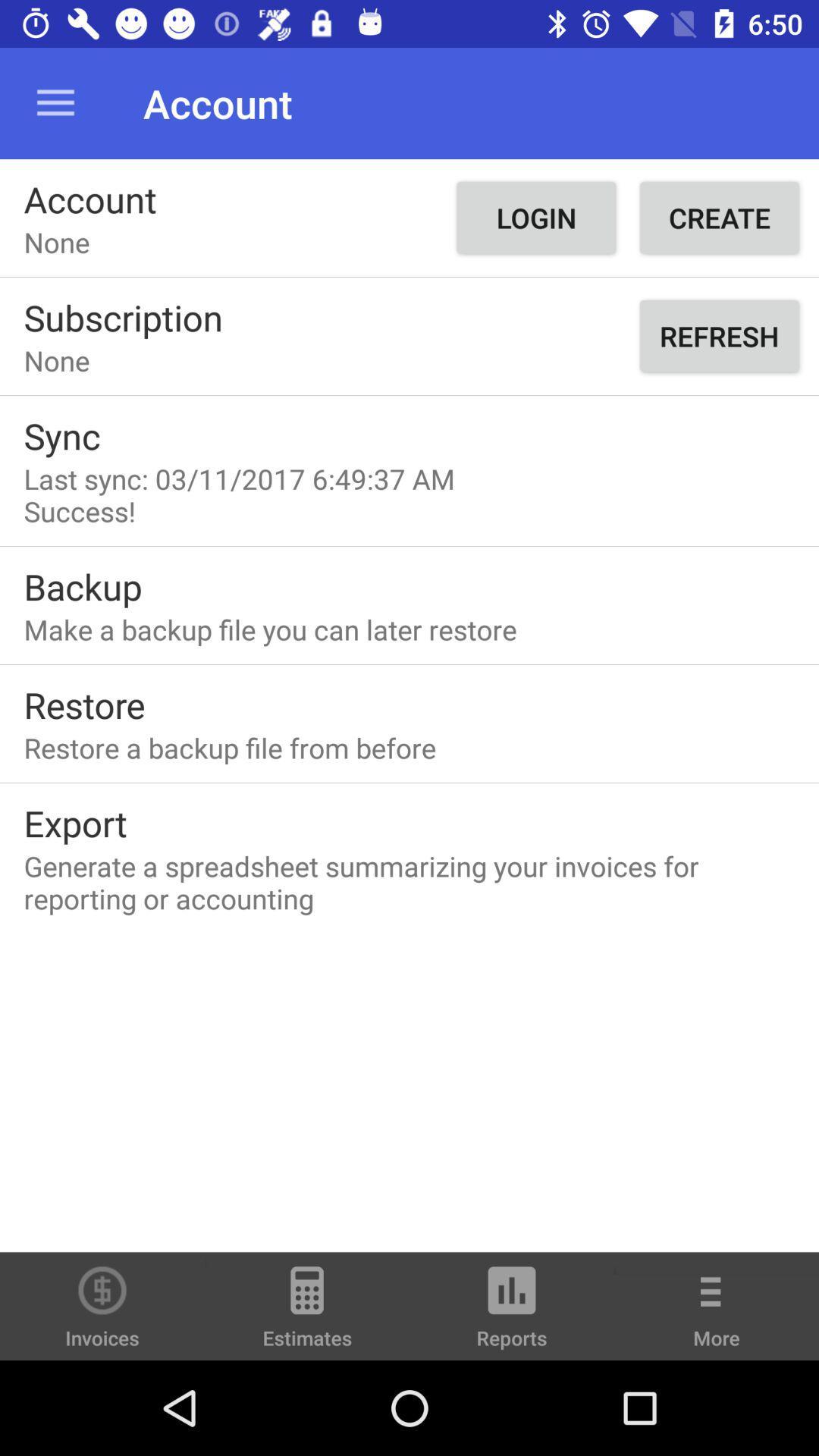  What do you see at coordinates (512, 1313) in the screenshot?
I see `the icon to the right of estimates icon` at bounding box center [512, 1313].